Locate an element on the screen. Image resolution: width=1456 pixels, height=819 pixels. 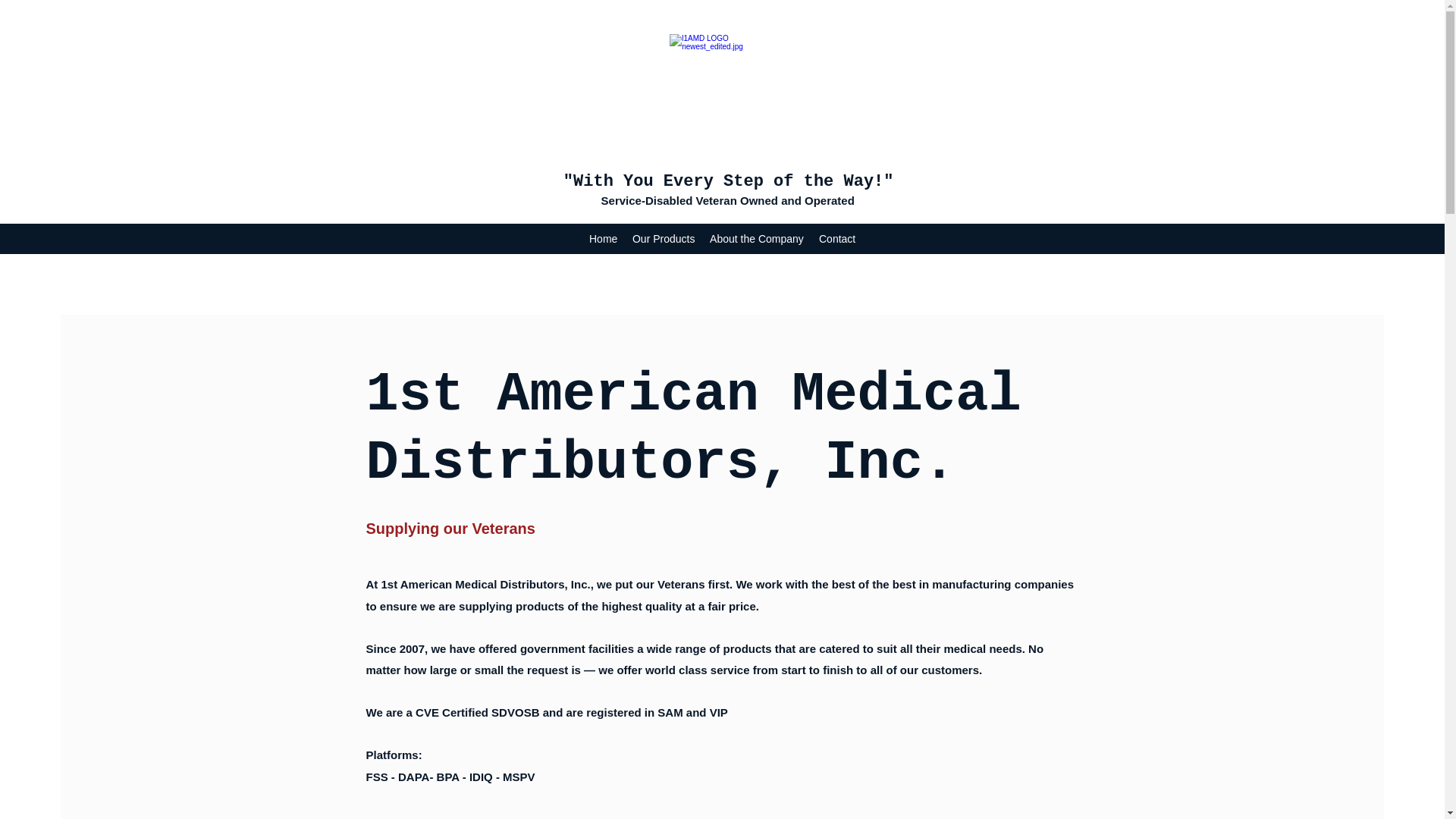
'Home' is located at coordinates (602, 239).